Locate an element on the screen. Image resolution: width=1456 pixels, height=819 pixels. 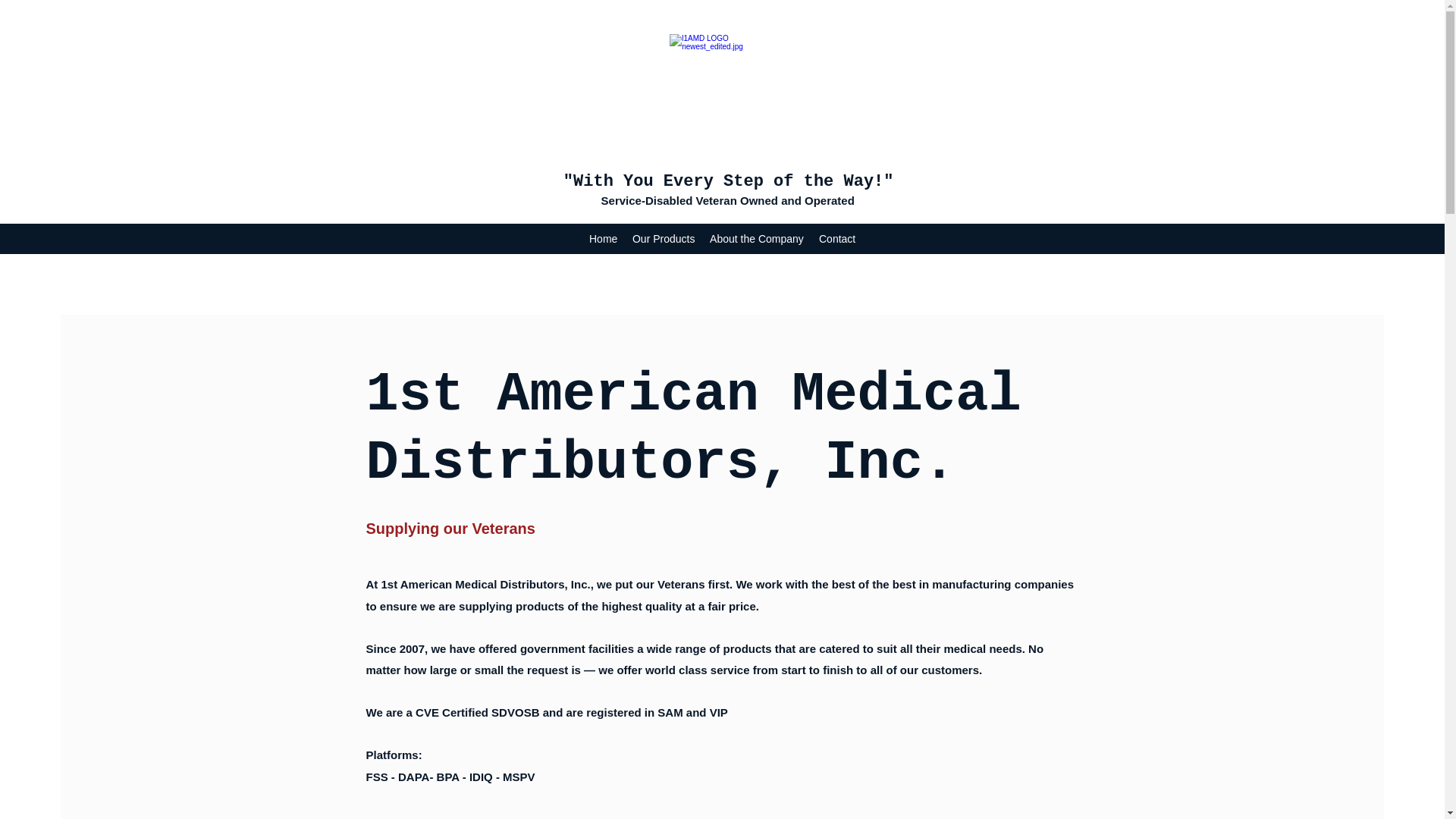
'Home' is located at coordinates (602, 239).